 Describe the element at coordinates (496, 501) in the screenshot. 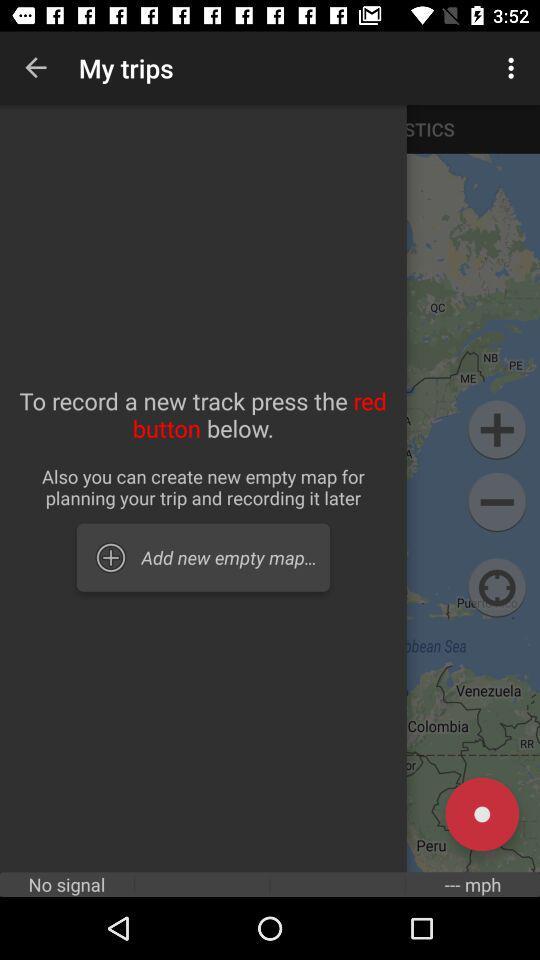

I see `the zoom_out icon` at that location.